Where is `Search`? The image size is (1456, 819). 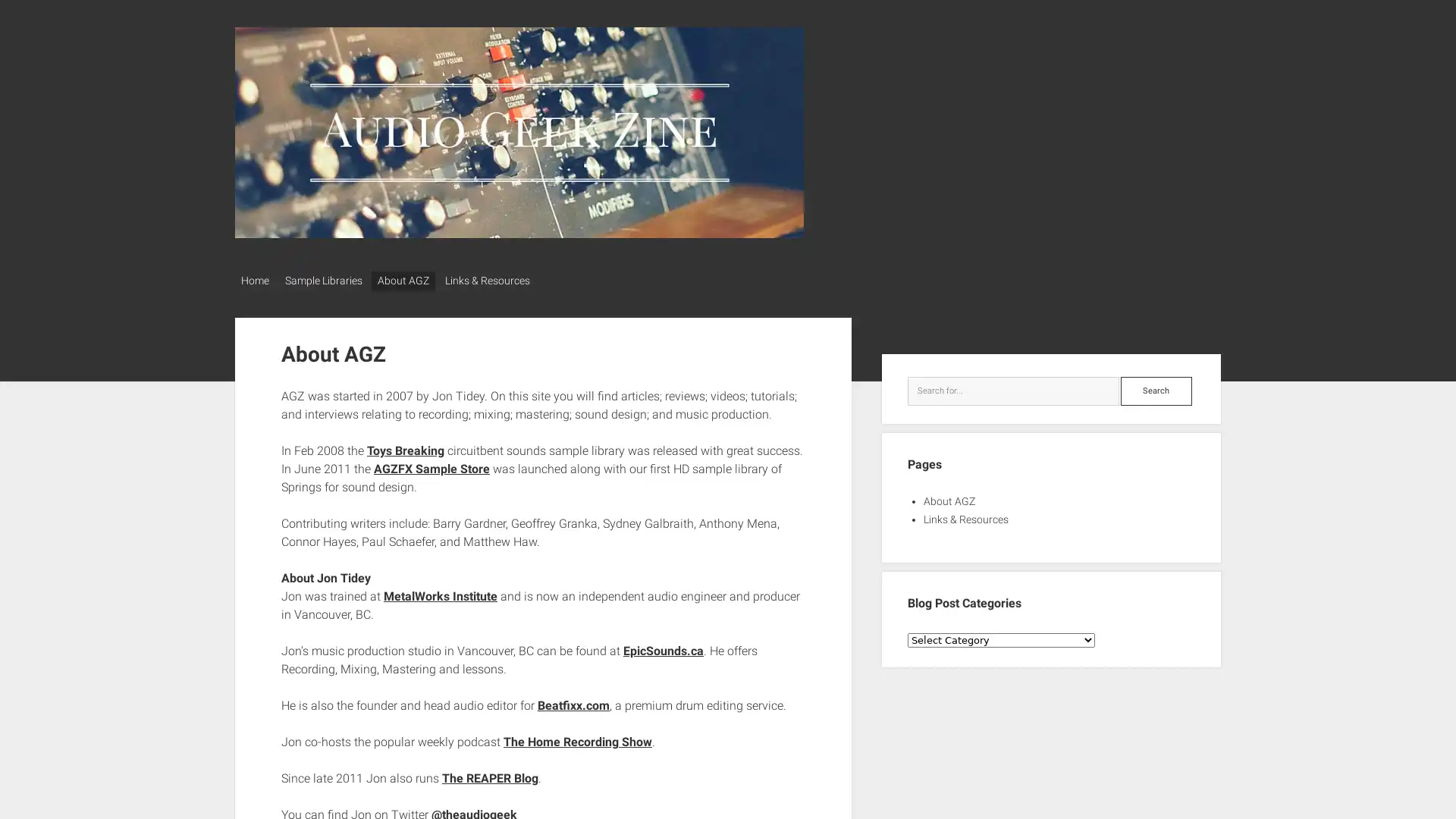
Search is located at coordinates (1155, 385).